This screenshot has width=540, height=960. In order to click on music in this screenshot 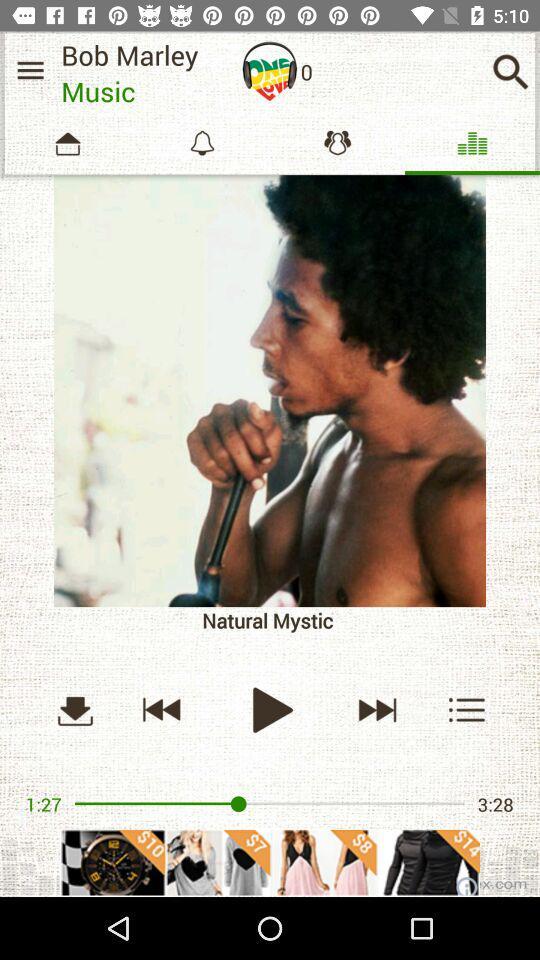, I will do `click(269, 709)`.